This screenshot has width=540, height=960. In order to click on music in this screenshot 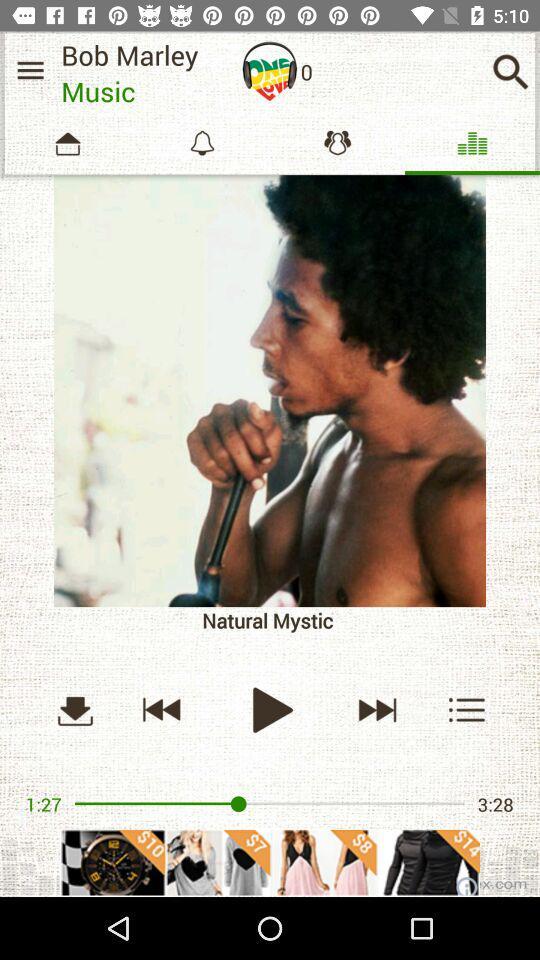, I will do `click(269, 709)`.